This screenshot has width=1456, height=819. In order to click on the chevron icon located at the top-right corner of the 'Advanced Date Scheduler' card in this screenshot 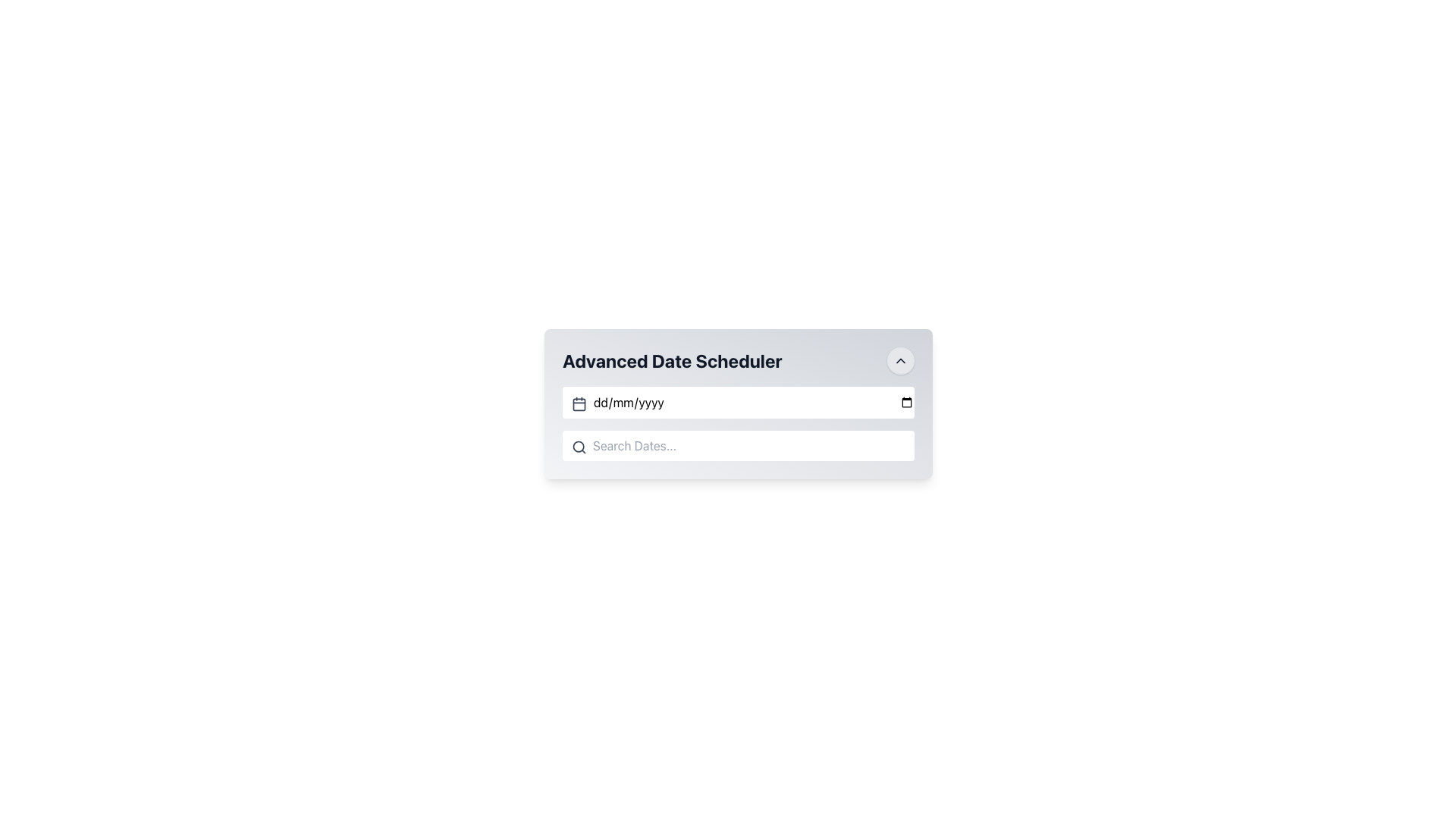, I will do `click(901, 360)`.